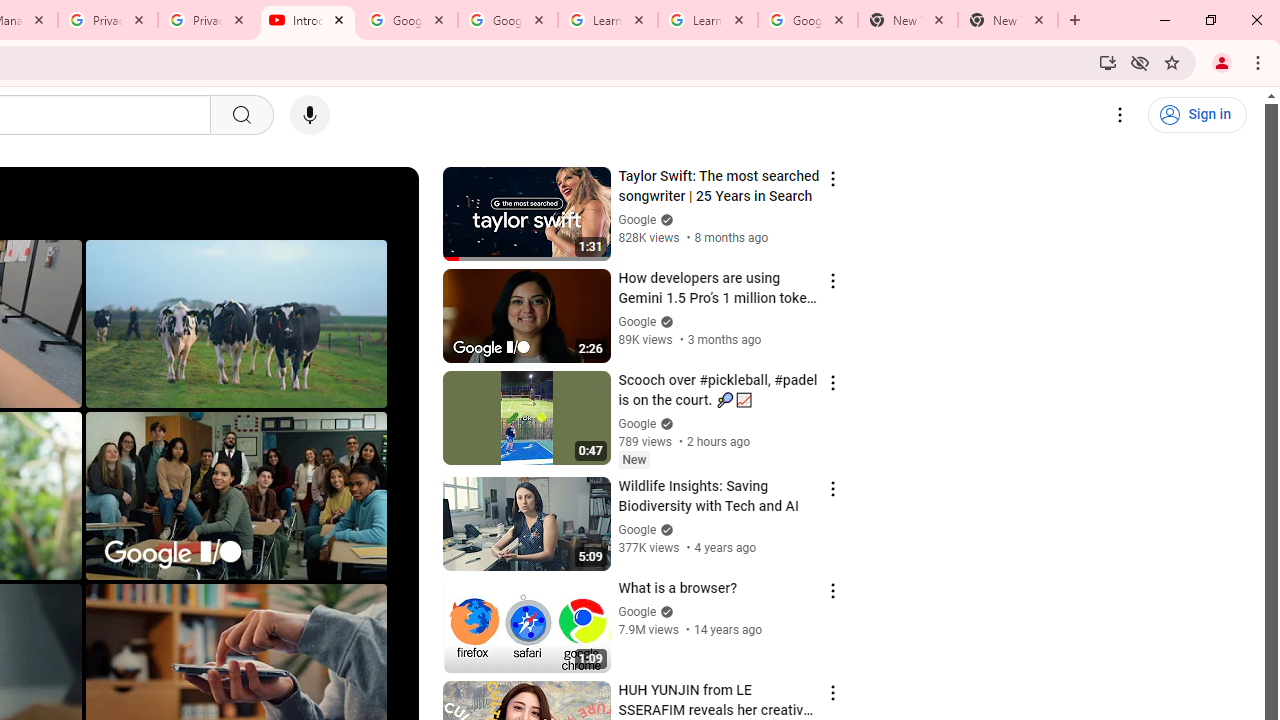 The height and width of the screenshot is (720, 1280). Describe the element at coordinates (307, 20) in the screenshot. I see `'Introduction | Google Privacy Policy - YouTube'` at that location.